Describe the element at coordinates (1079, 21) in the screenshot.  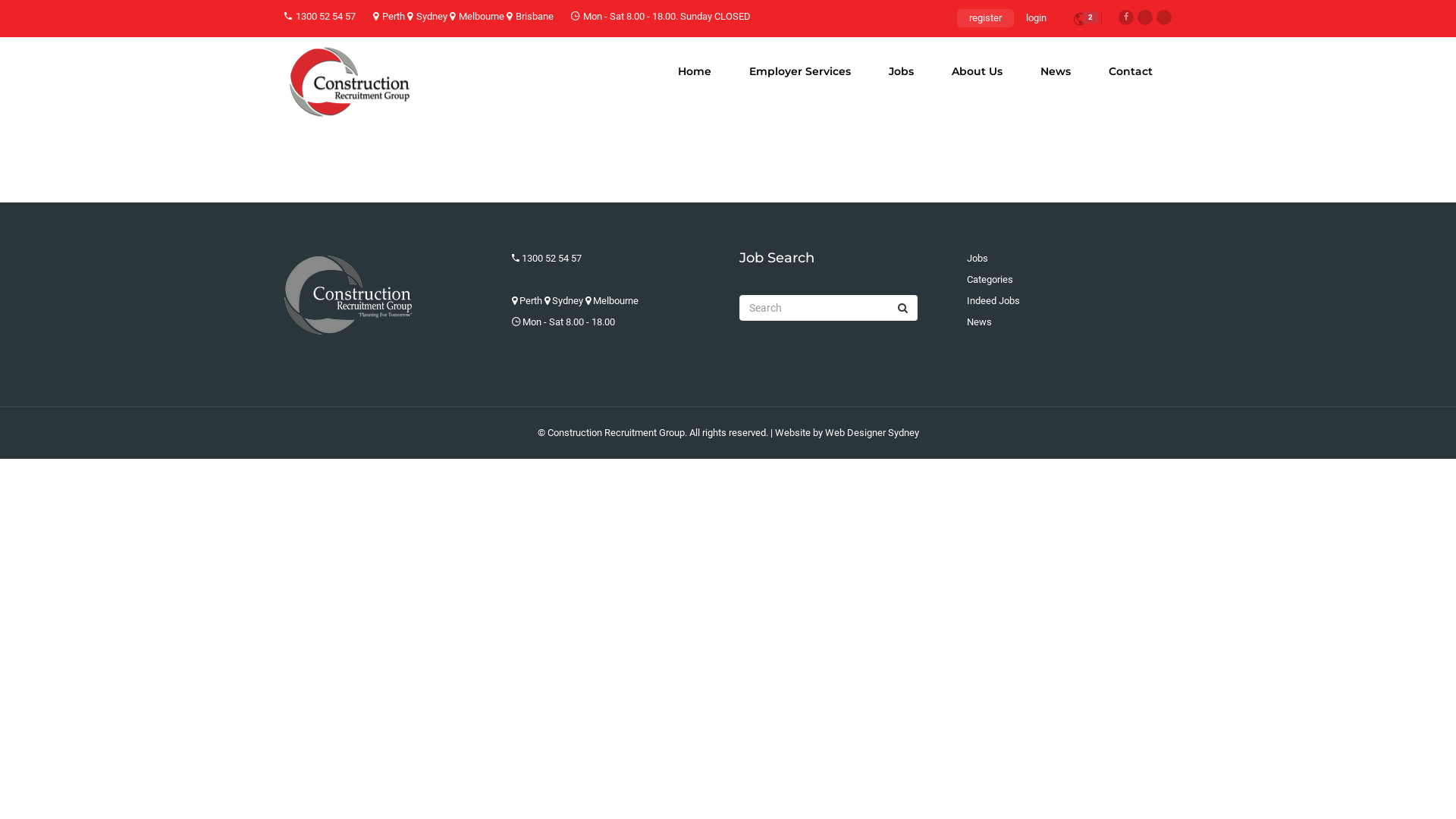
I see `'2'` at that location.